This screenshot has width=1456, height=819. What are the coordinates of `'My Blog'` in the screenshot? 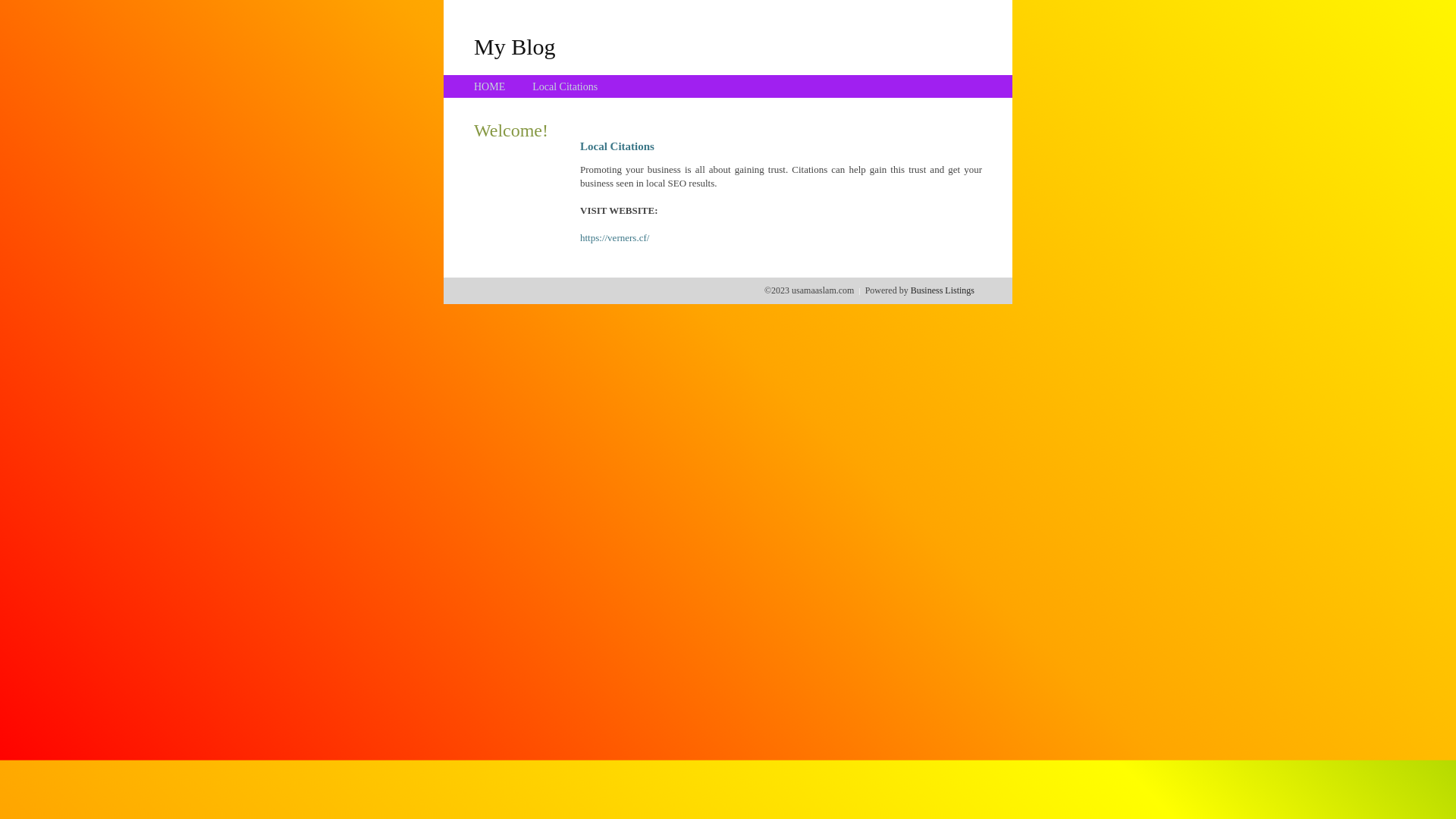 It's located at (514, 45).